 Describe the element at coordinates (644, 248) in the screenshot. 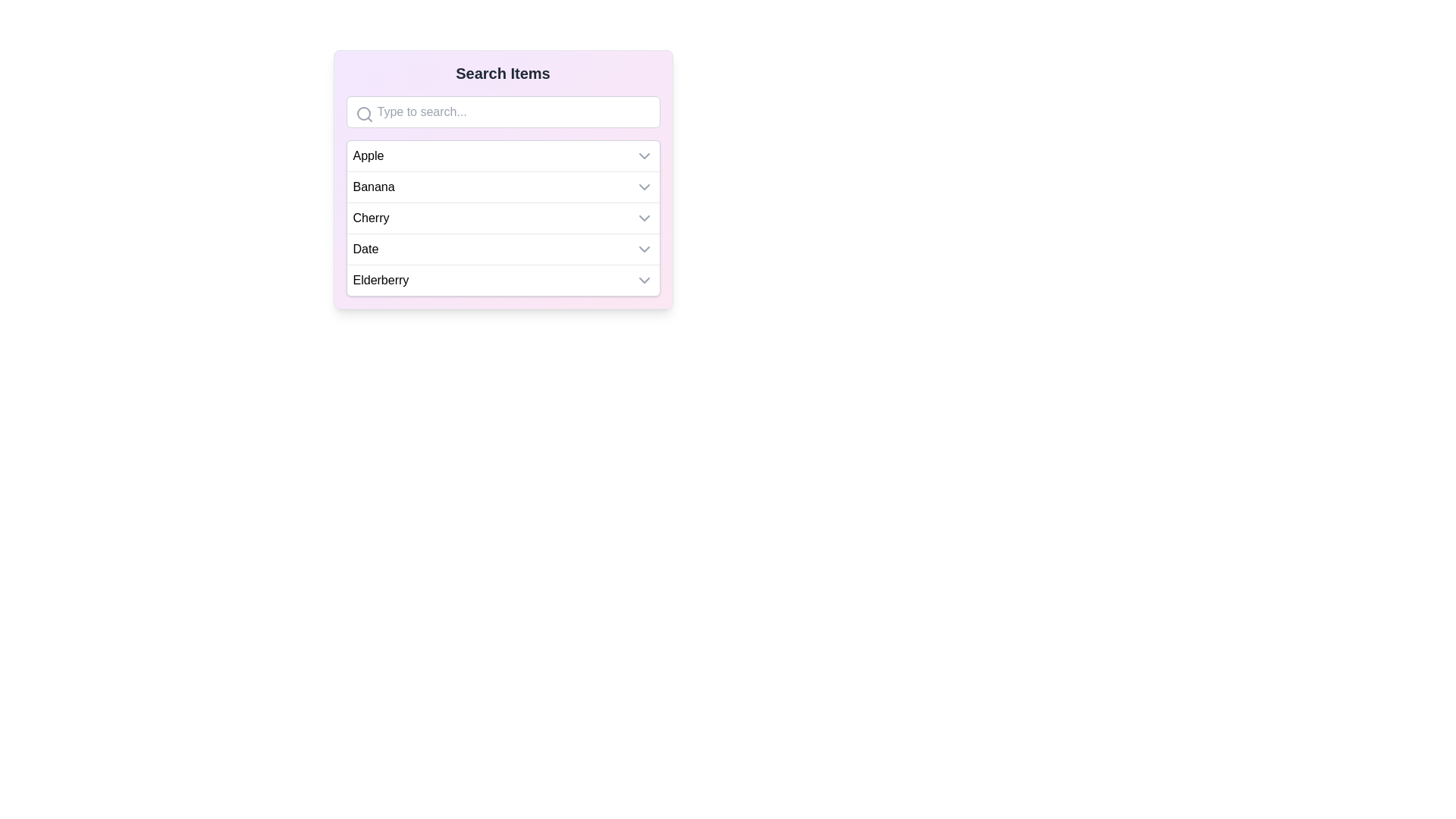

I see `the chevron icon located at the far right of the 'Date' entry in the list` at that location.